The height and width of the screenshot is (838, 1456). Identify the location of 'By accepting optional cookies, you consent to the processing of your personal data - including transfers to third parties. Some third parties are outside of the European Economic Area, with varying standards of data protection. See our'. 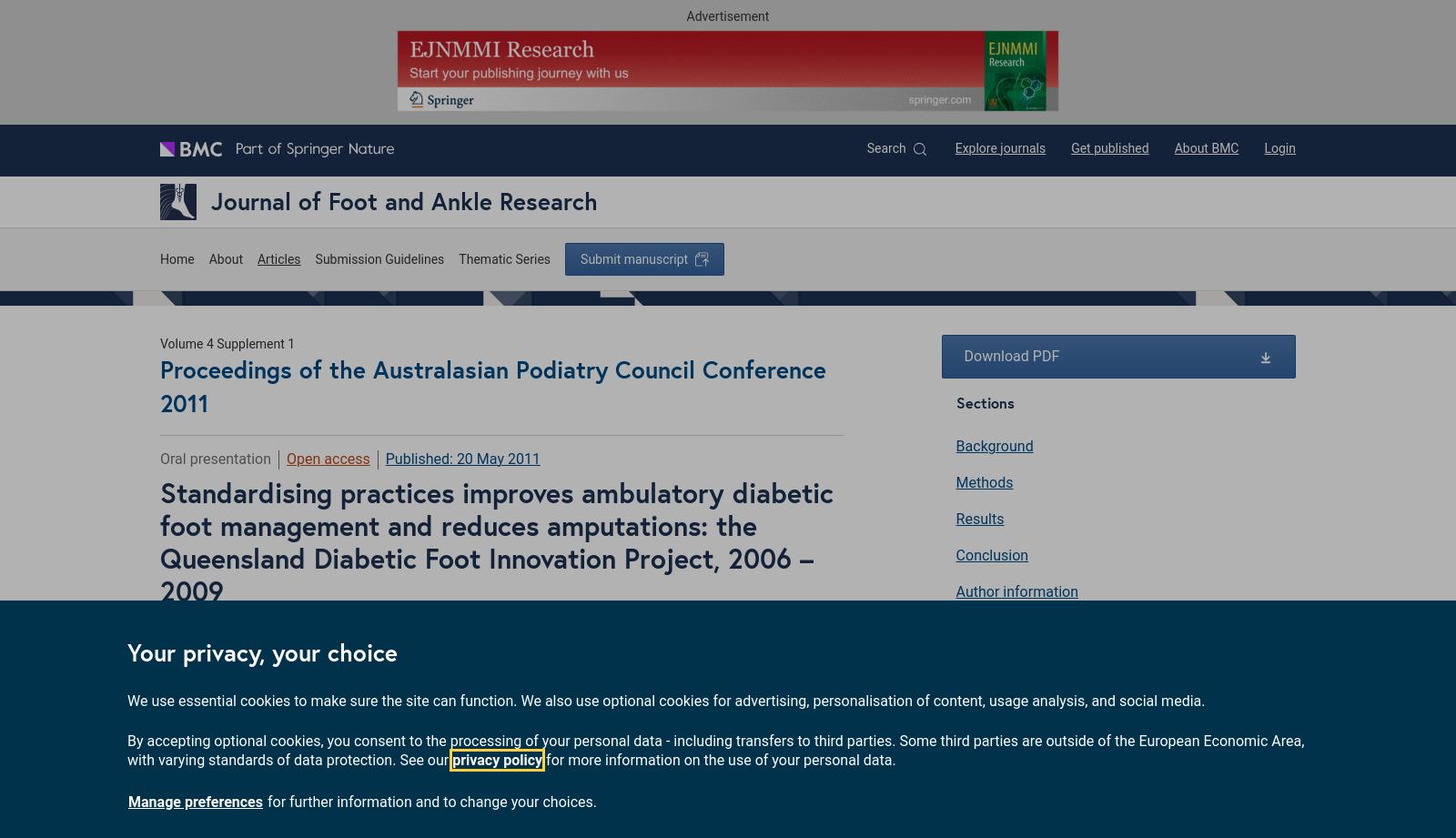
(715, 750).